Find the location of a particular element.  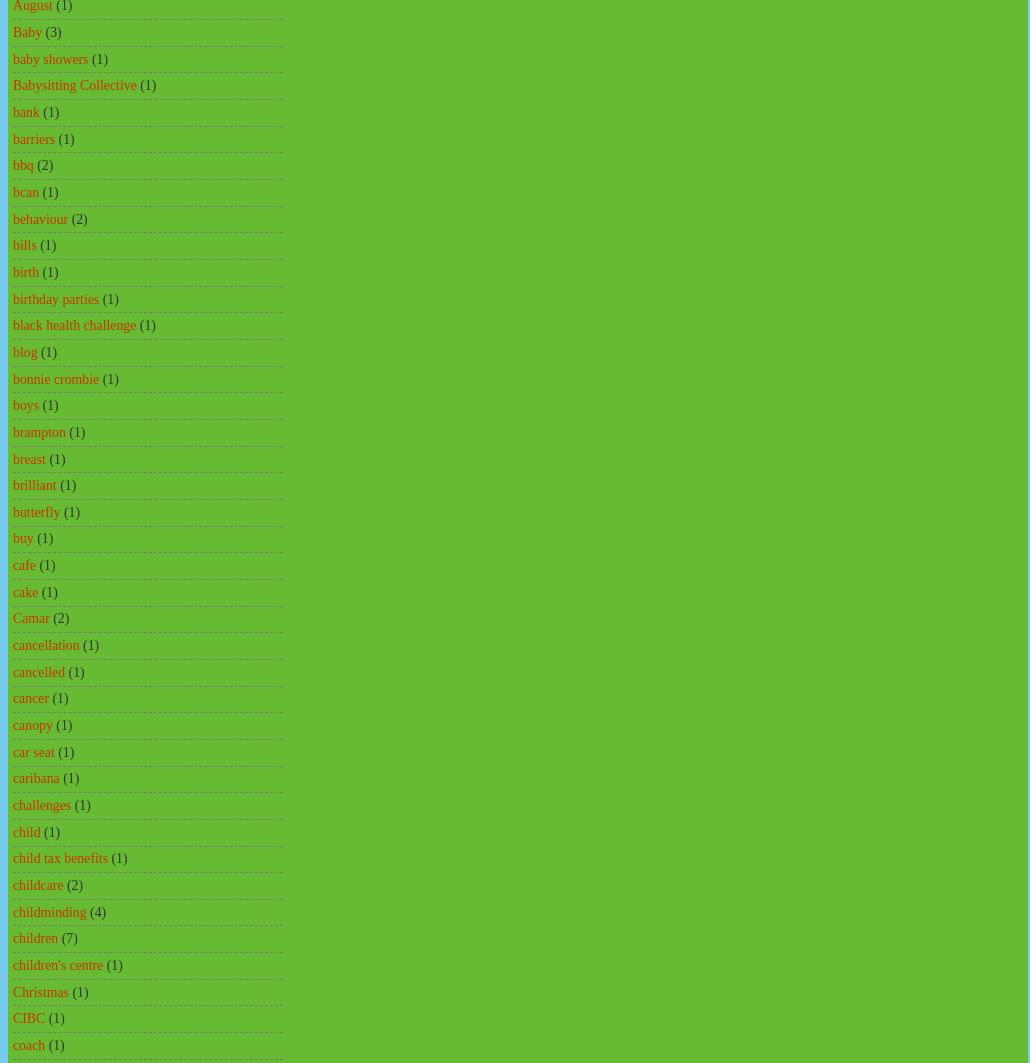

'car seat' is located at coordinates (33, 750).